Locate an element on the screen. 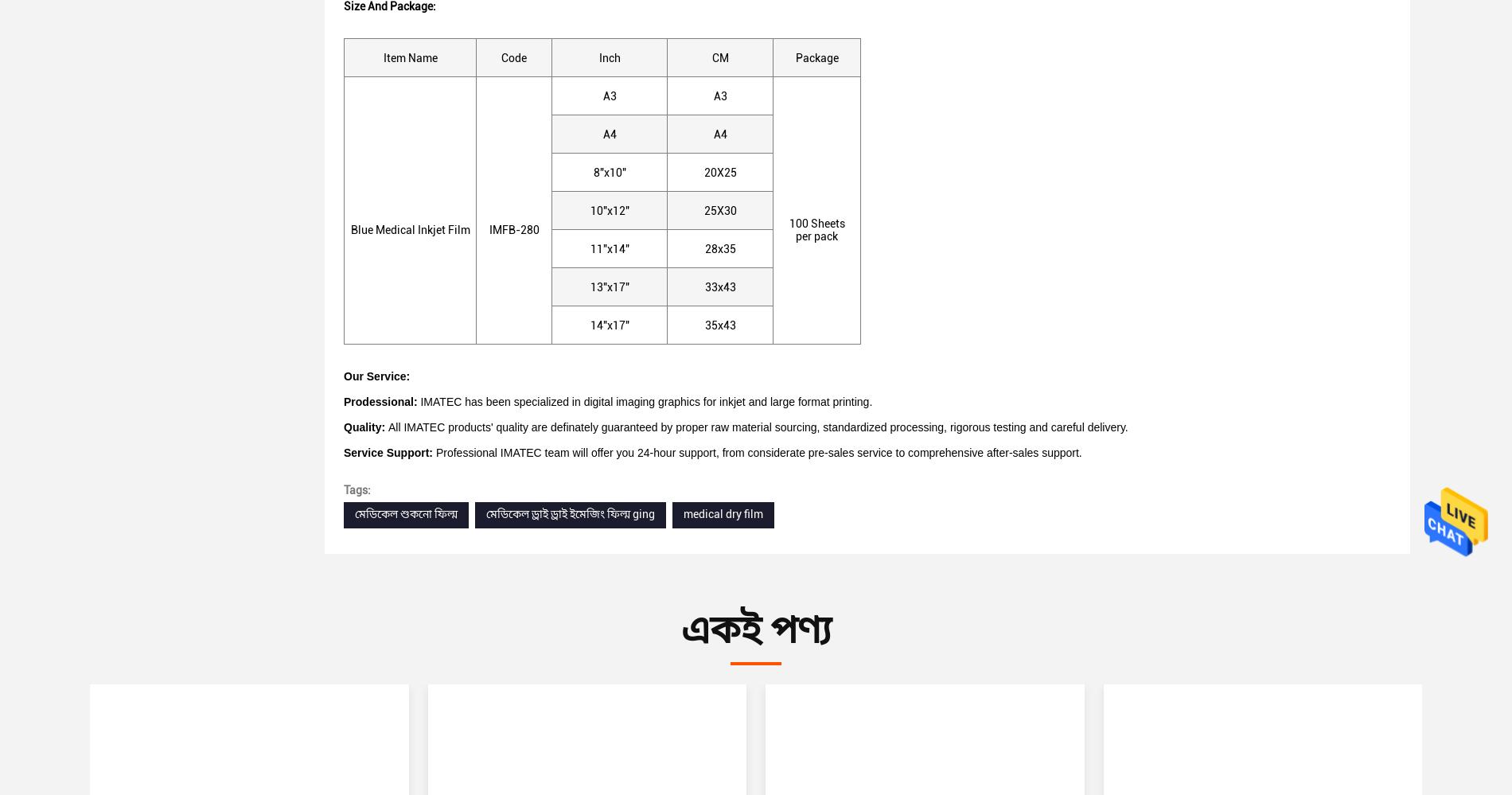 Image resolution: width=1512 pixels, height=795 pixels. 'IMATEC has been specialized in digital imaging graphics for inkjet and large format printing.' is located at coordinates (643, 400).